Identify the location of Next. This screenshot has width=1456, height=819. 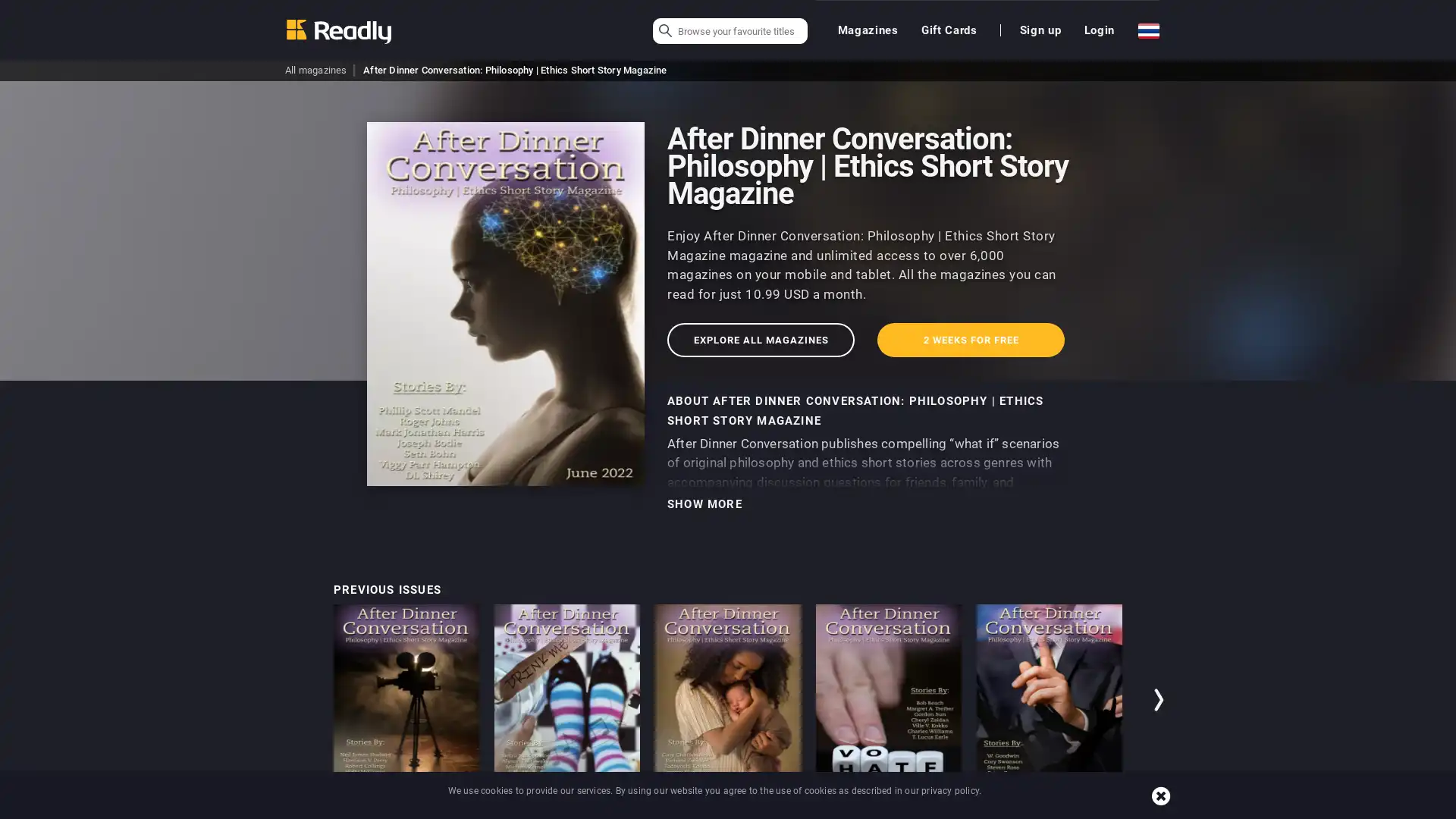
(1159, 699).